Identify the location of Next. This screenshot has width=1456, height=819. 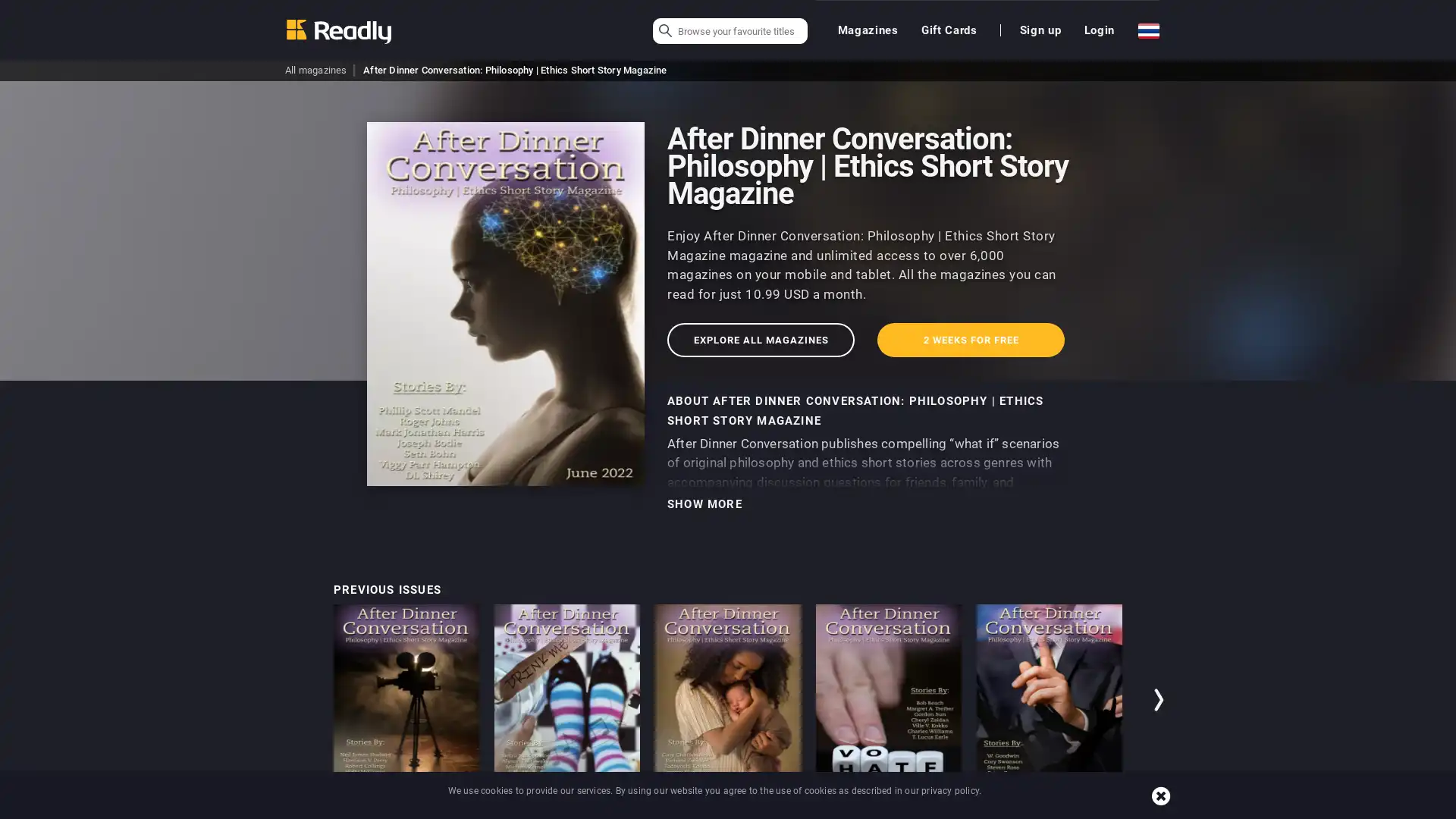
(1159, 699).